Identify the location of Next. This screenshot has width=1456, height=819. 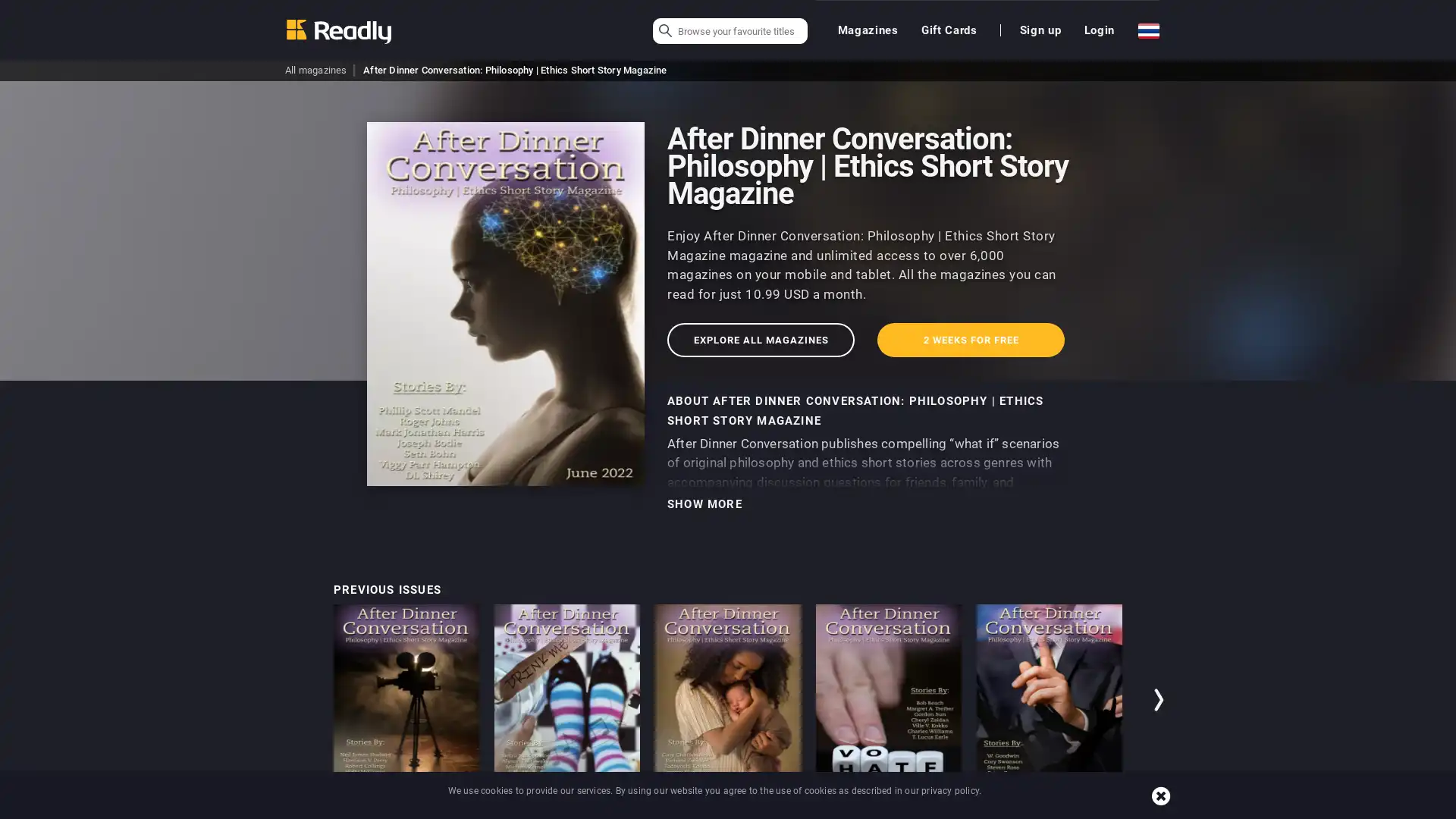
(1159, 699).